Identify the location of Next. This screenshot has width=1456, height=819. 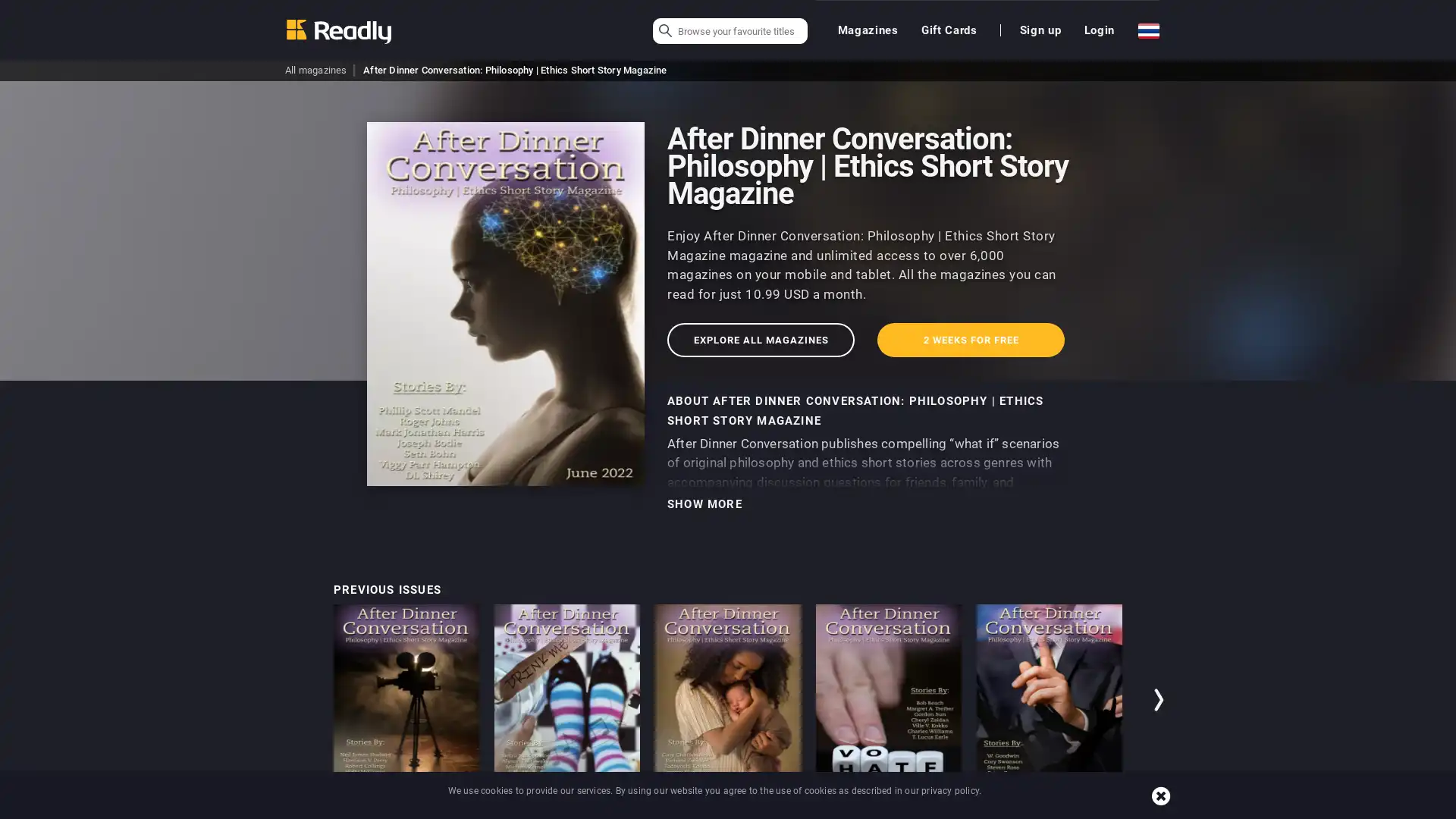
(1159, 699).